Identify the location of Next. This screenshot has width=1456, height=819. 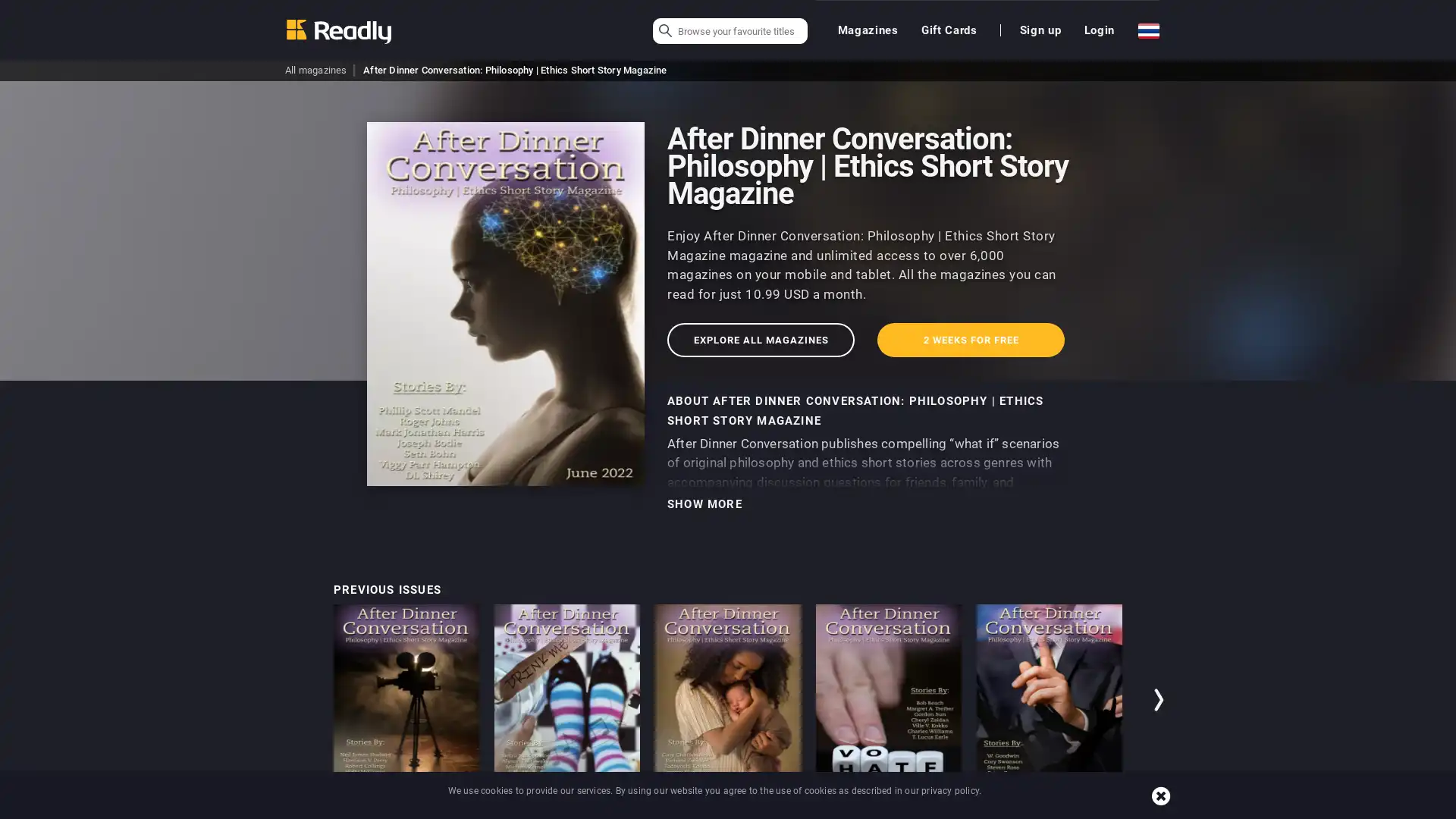
(1159, 699).